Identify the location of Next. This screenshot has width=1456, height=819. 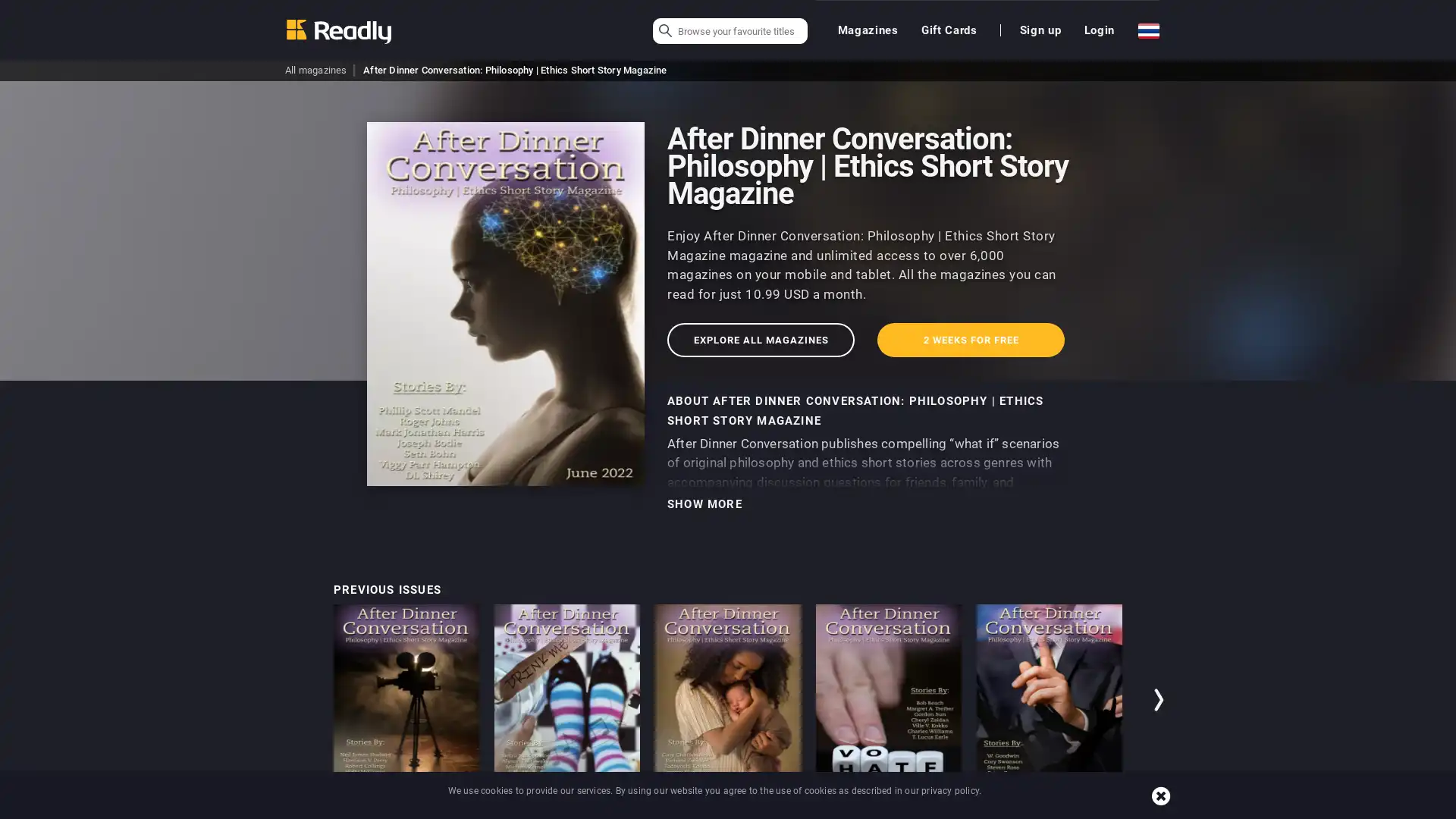
(1159, 699).